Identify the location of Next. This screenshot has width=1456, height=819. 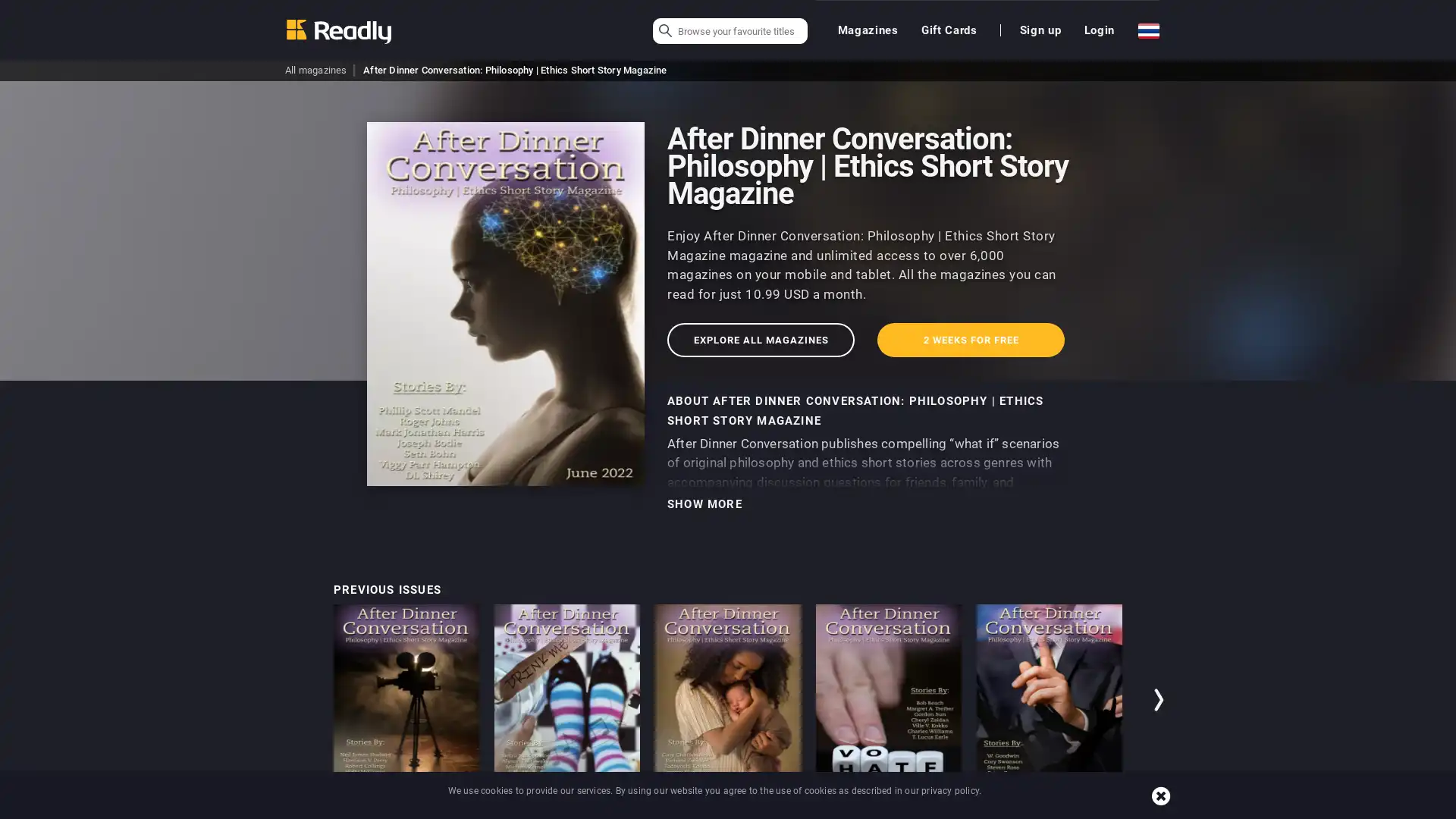
(1159, 699).